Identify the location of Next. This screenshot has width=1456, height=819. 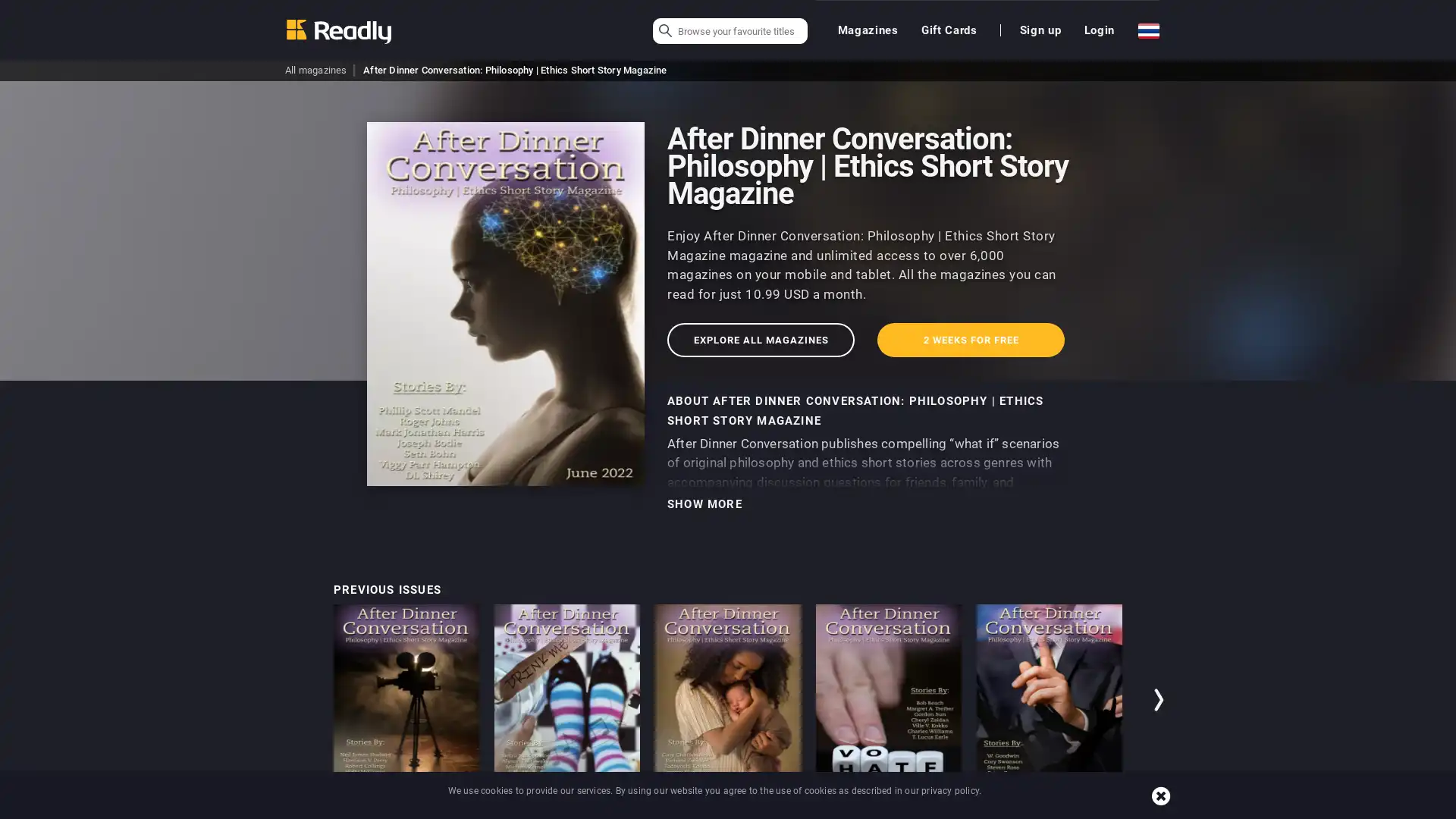
(1159, 699).